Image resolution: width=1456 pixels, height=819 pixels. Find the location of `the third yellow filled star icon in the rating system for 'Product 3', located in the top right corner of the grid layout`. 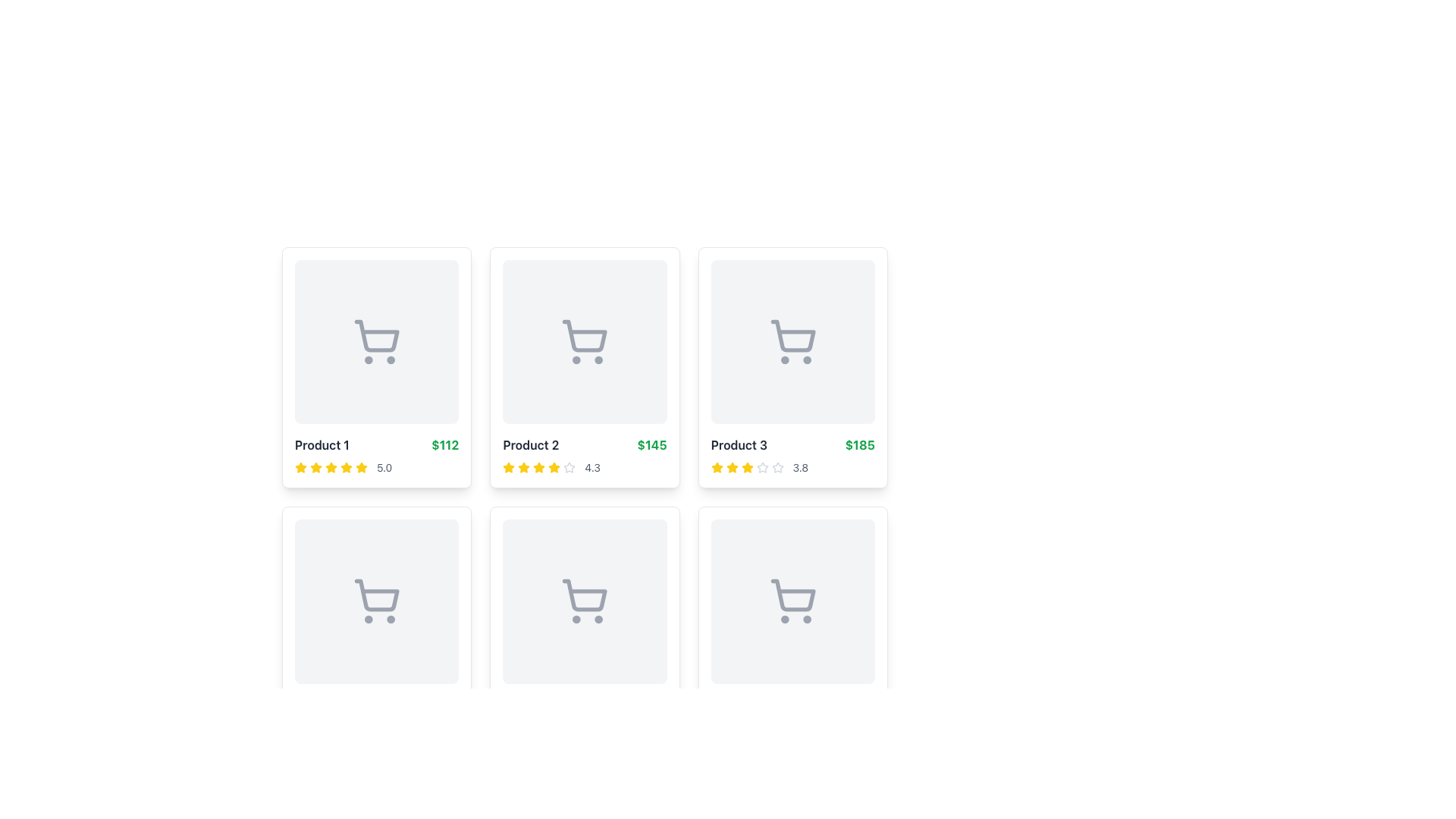

the third yellow filled star icon in the rating system for 'Product 3', located in the top right corner of the grid layout is located at coordinates (716, 467).